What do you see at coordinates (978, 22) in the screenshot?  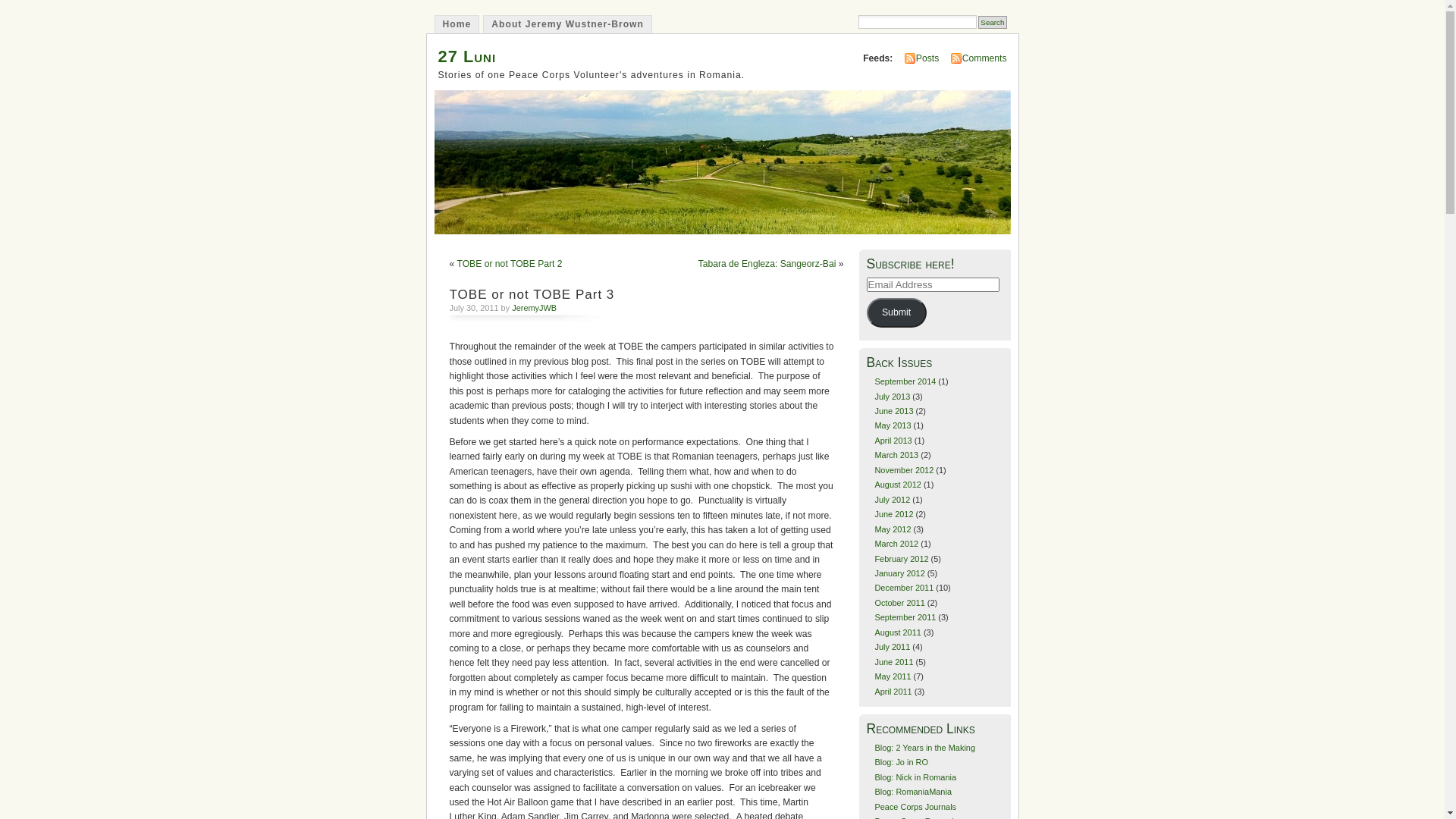 I see `'Search'` at bounding box center [978, 22].